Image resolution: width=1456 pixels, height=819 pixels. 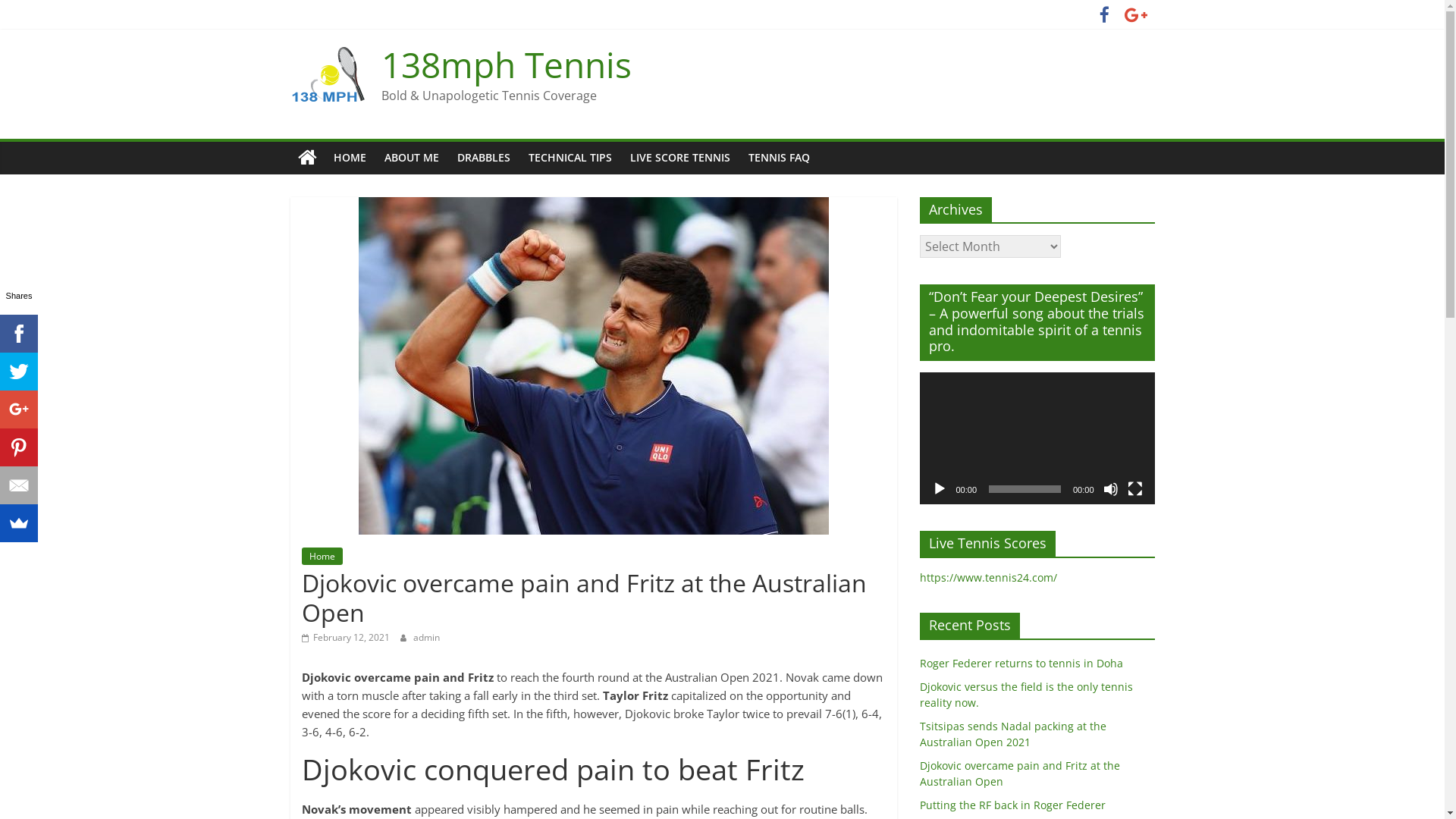 What do you see at coordinates (987, 577) in the screenshot?
I see `'https://www.tennis24.com/'` at bounding box center [987, 577].